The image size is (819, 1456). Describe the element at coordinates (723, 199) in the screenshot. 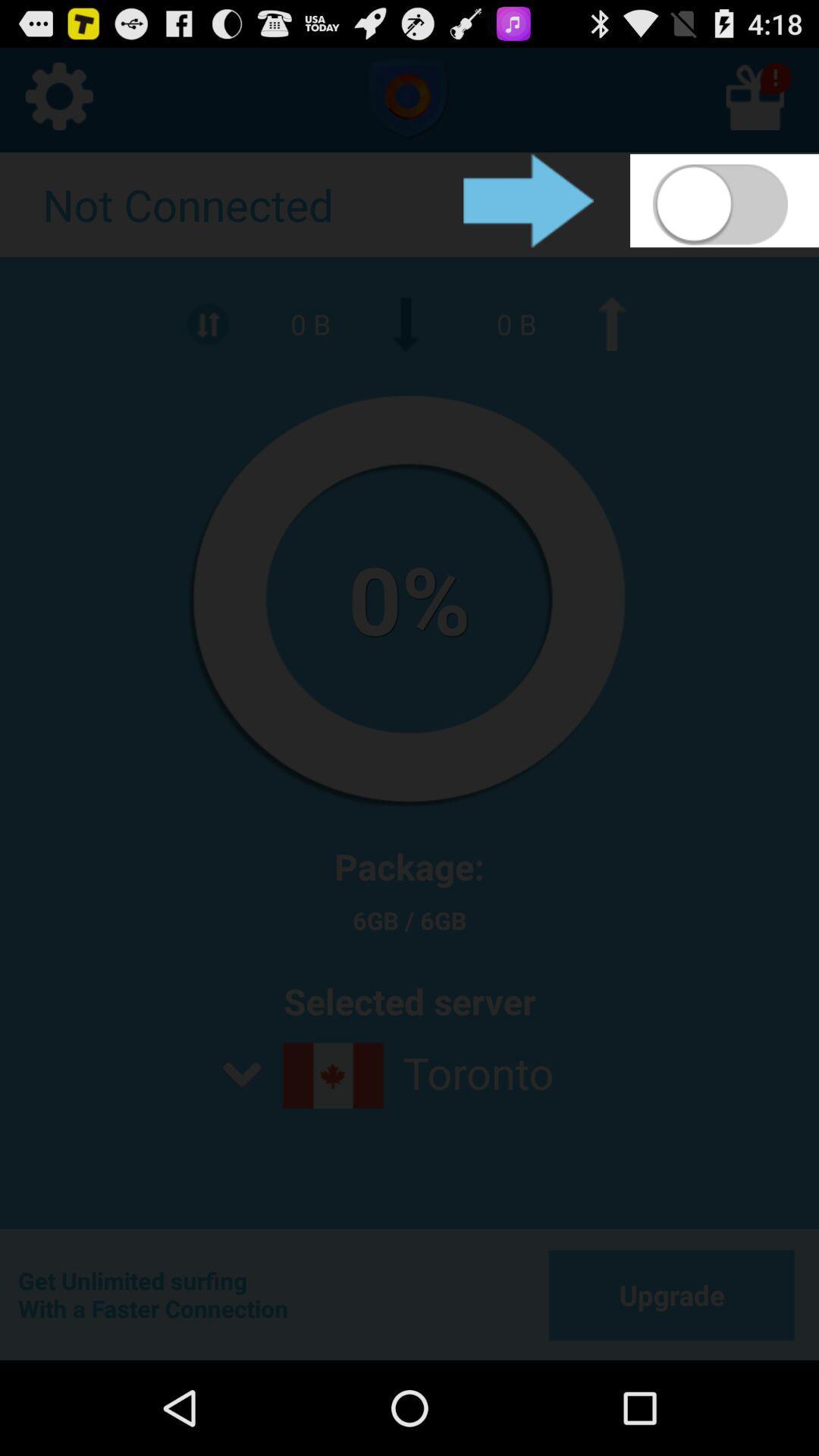

I see `connect to internet` at that location.